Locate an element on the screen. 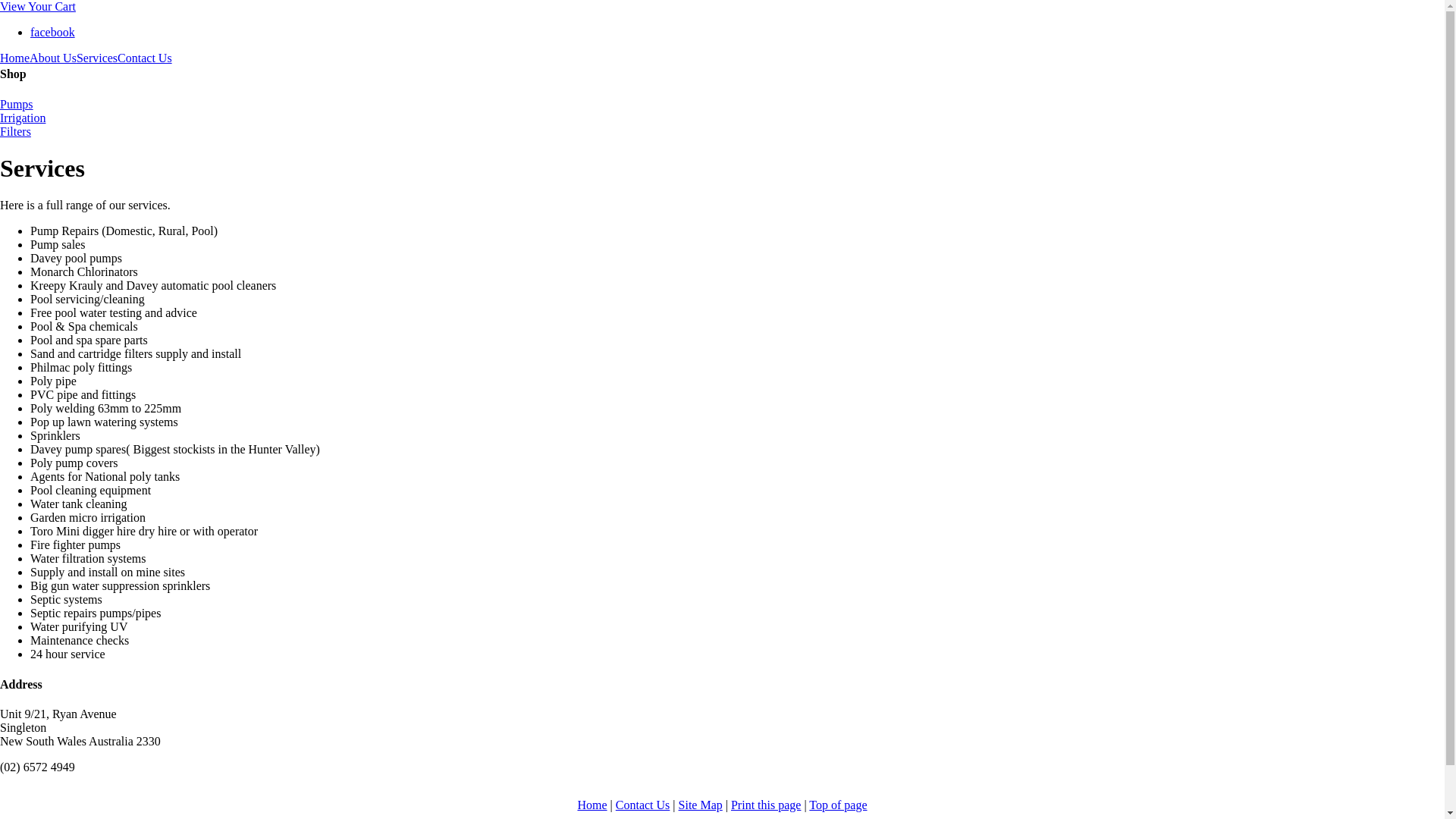 The image size is (1456, 819). 'Services' is located at coordinates (96, 58).